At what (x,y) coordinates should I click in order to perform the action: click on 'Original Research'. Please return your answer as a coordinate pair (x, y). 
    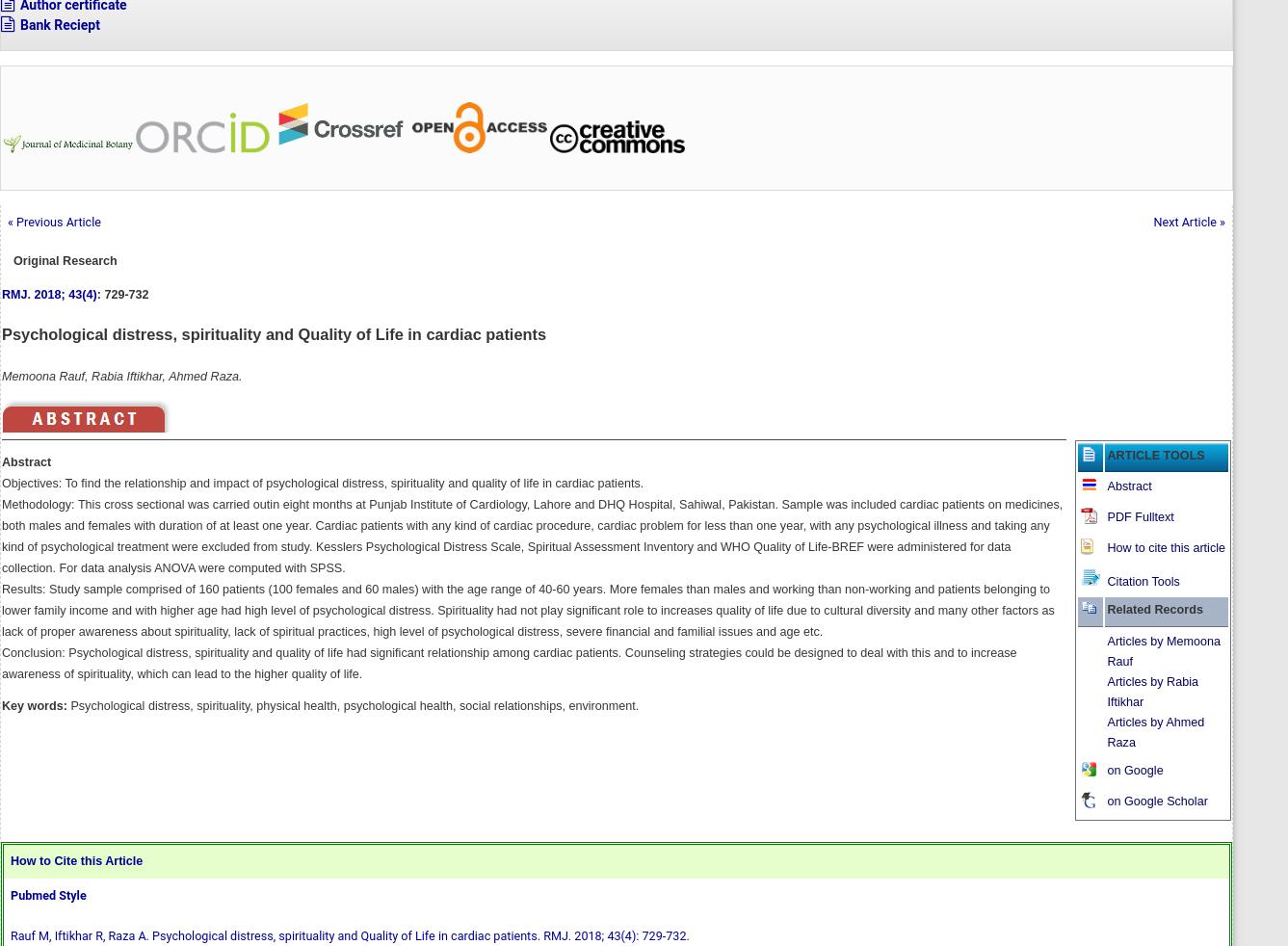
    Looking at the image, I should click on (65, 259).